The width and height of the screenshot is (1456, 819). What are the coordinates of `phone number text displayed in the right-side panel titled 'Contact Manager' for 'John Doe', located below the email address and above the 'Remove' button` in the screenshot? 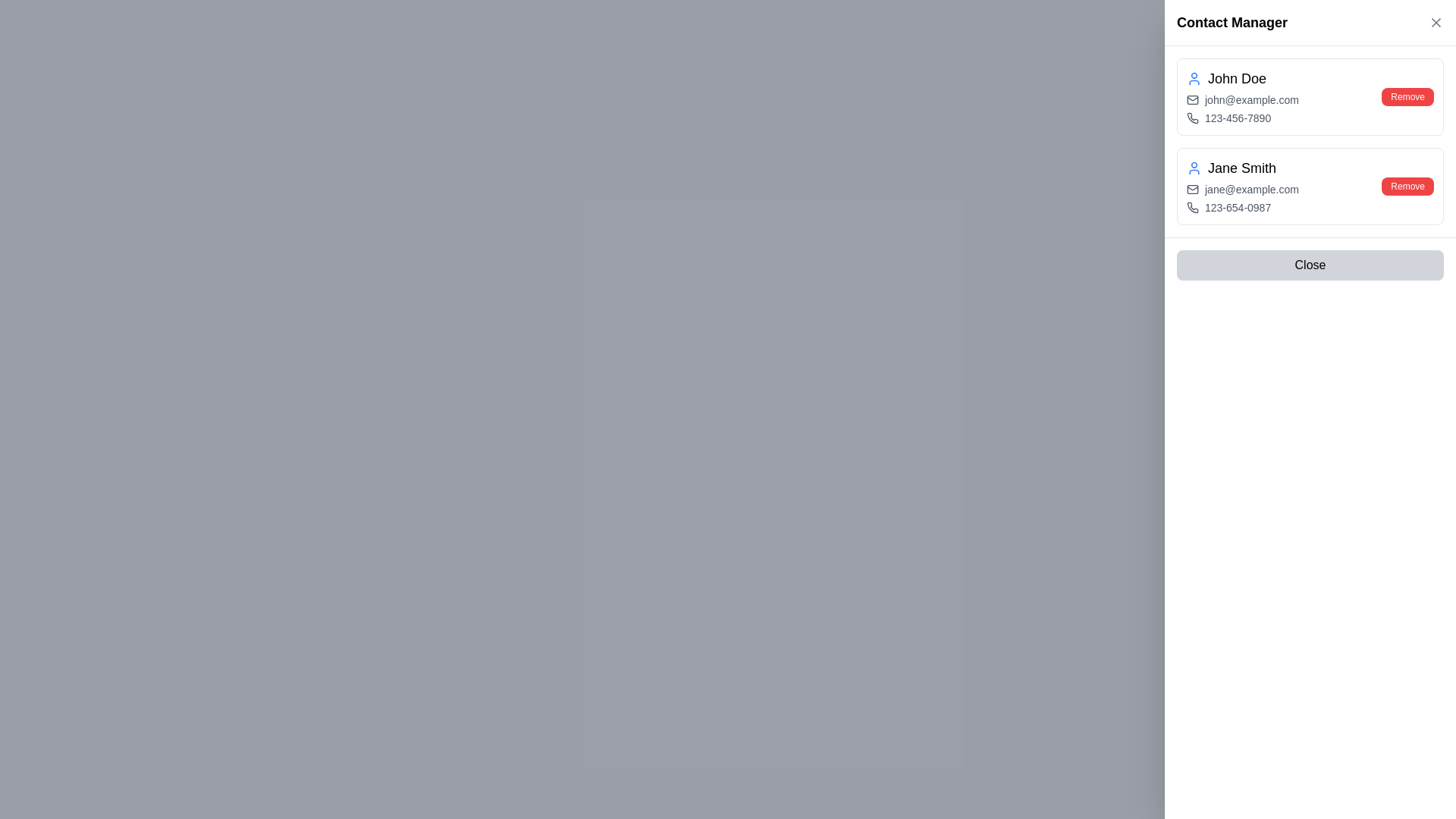 It's located at (1242, 117).